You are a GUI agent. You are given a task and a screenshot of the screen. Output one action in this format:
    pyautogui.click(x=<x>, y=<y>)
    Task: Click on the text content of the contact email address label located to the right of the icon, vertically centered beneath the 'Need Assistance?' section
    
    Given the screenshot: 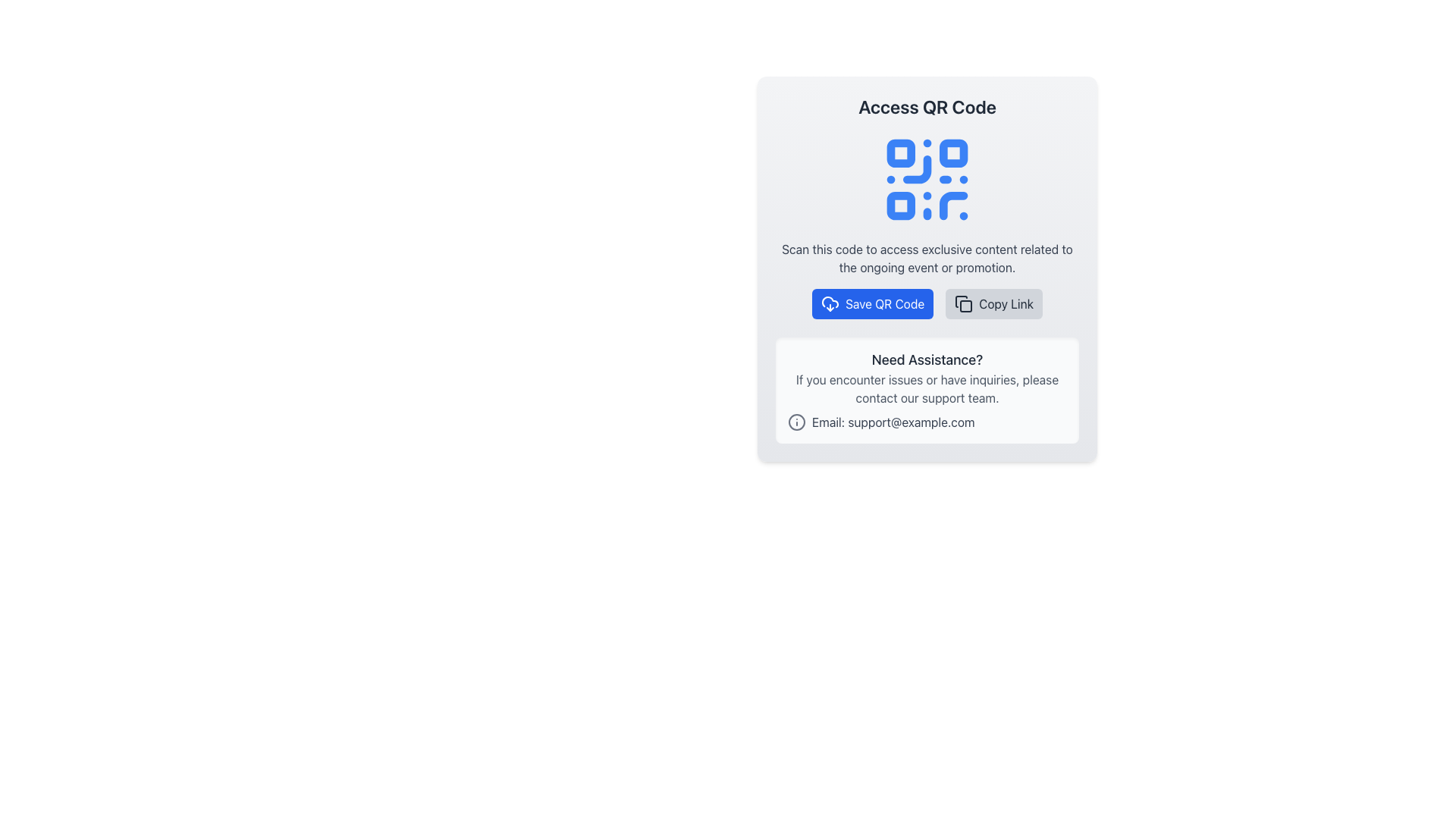 What is the action you would take?
    pyautogui.click(x=893, y=422)
    